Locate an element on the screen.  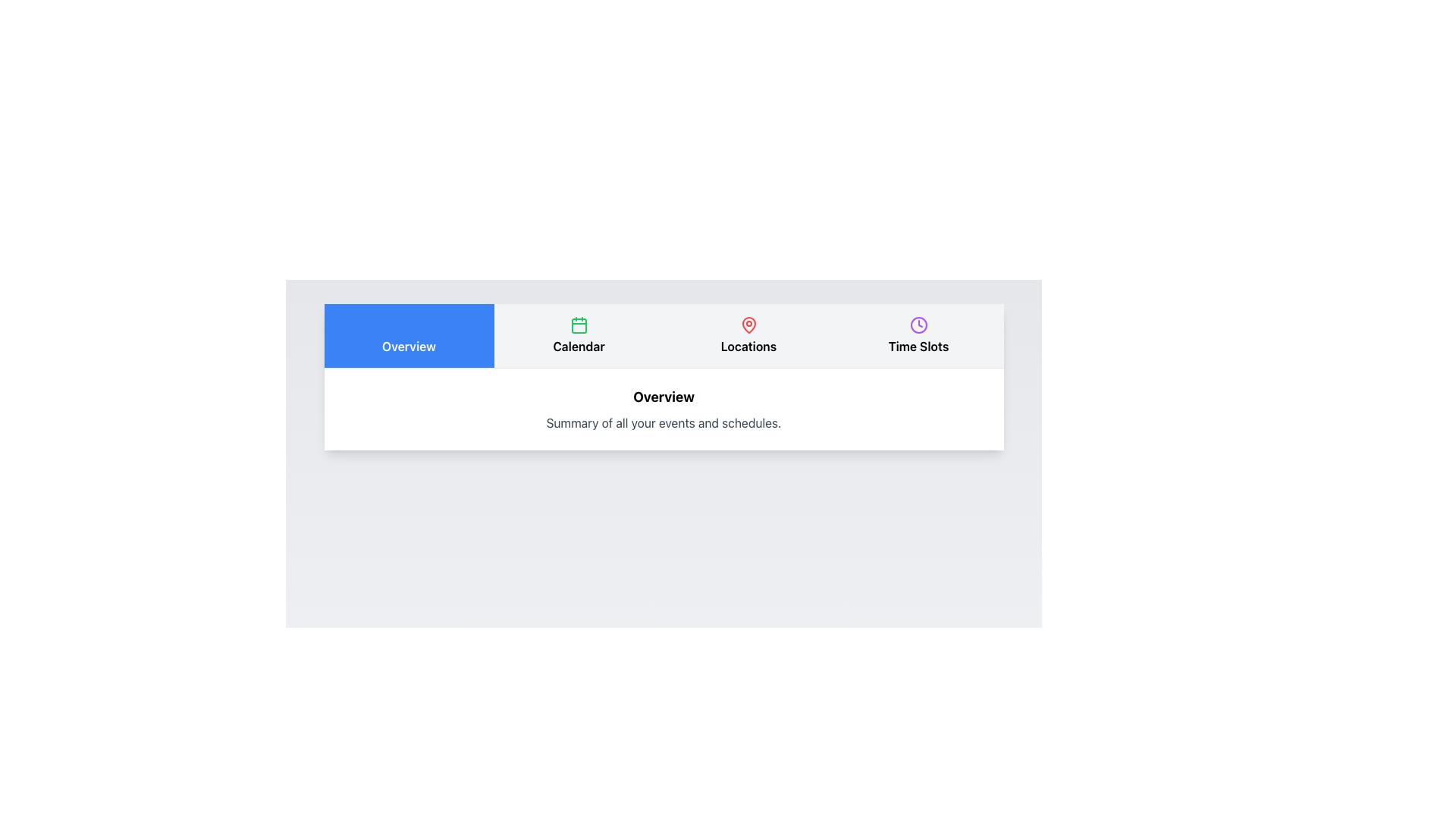
the third navigation tab that redirects to the 'Locations' section of the application is located at coordinates (748, 335).